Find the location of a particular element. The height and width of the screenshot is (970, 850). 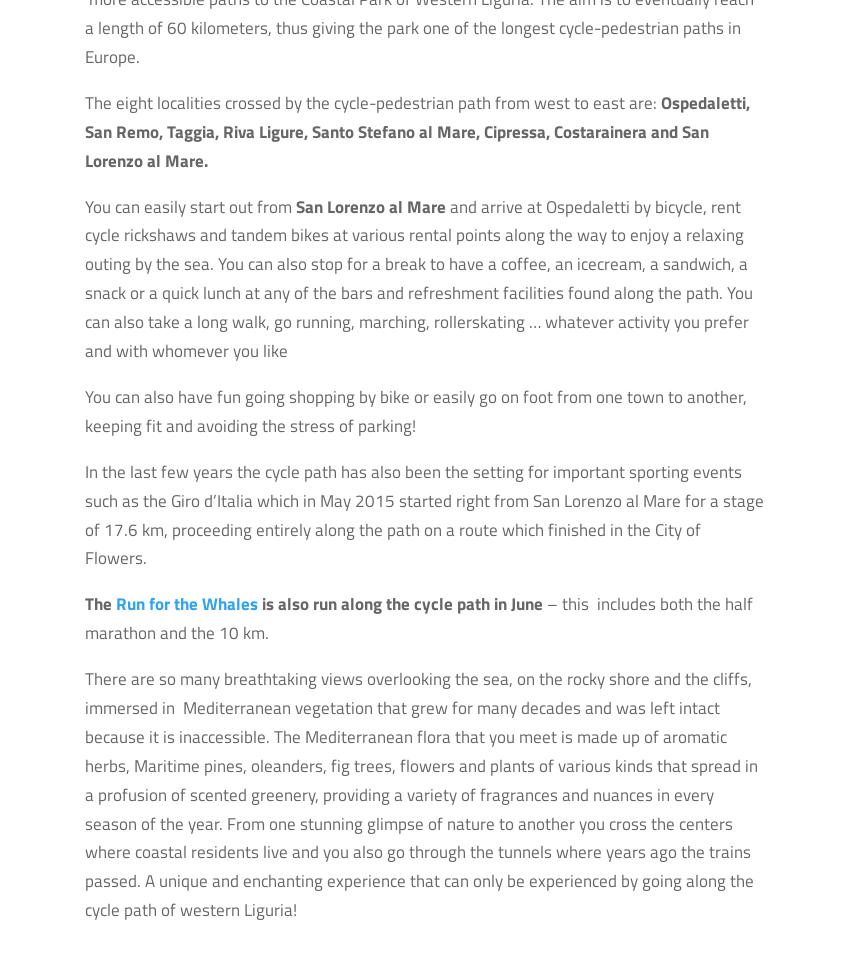

'You can also have fun going shopping by bike or easily go on foot from one town to another, keeping fit and avoiding the stress of parking!' is located at coordinates (415, 410).